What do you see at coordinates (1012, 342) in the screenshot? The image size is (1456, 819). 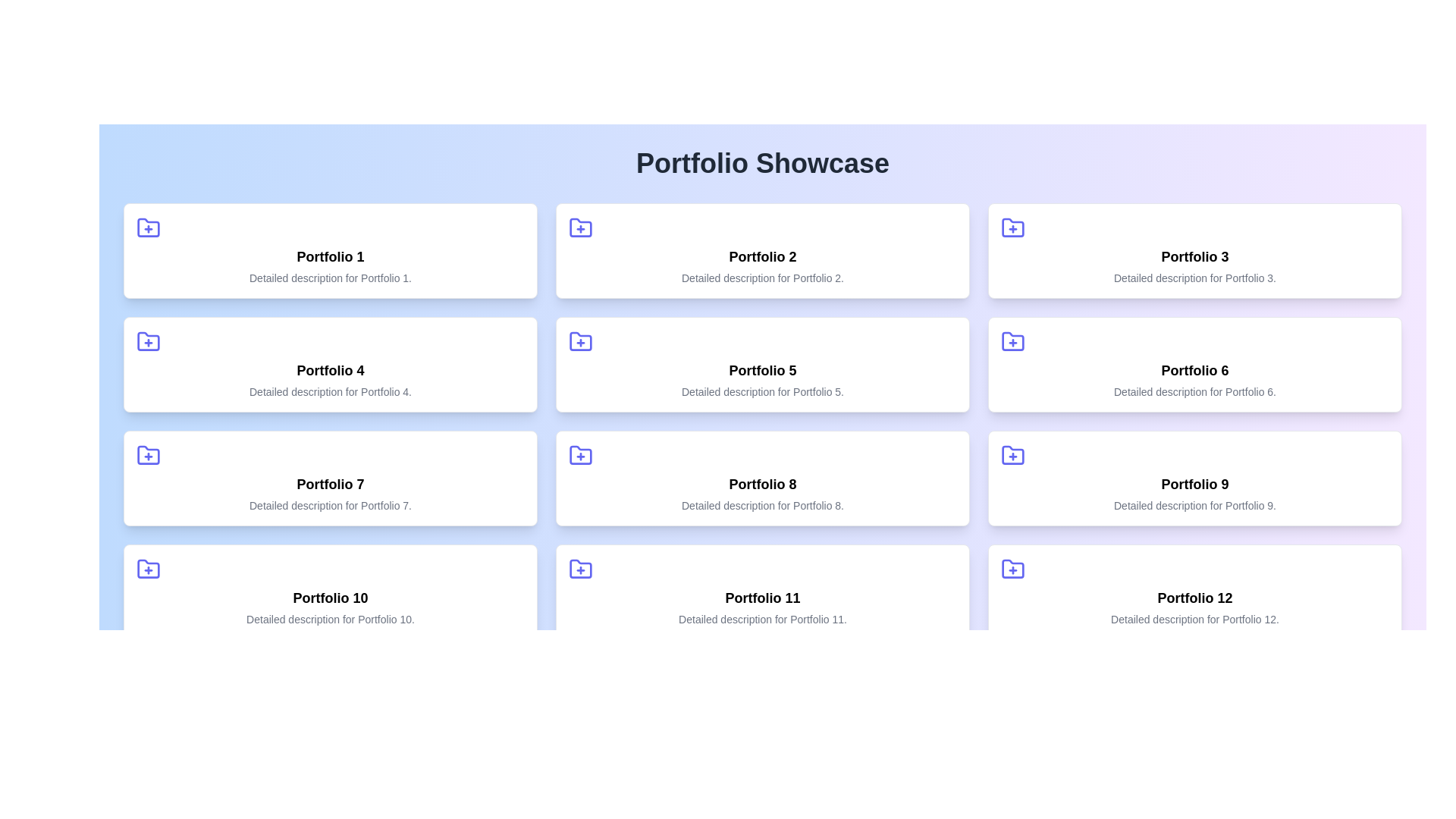 I see `the blue folder icon with a plus sign inside, located in the top-left corner of the 'Portfolio 6' card in the second row, third column of the grid` at bounding box center [1012, 342].